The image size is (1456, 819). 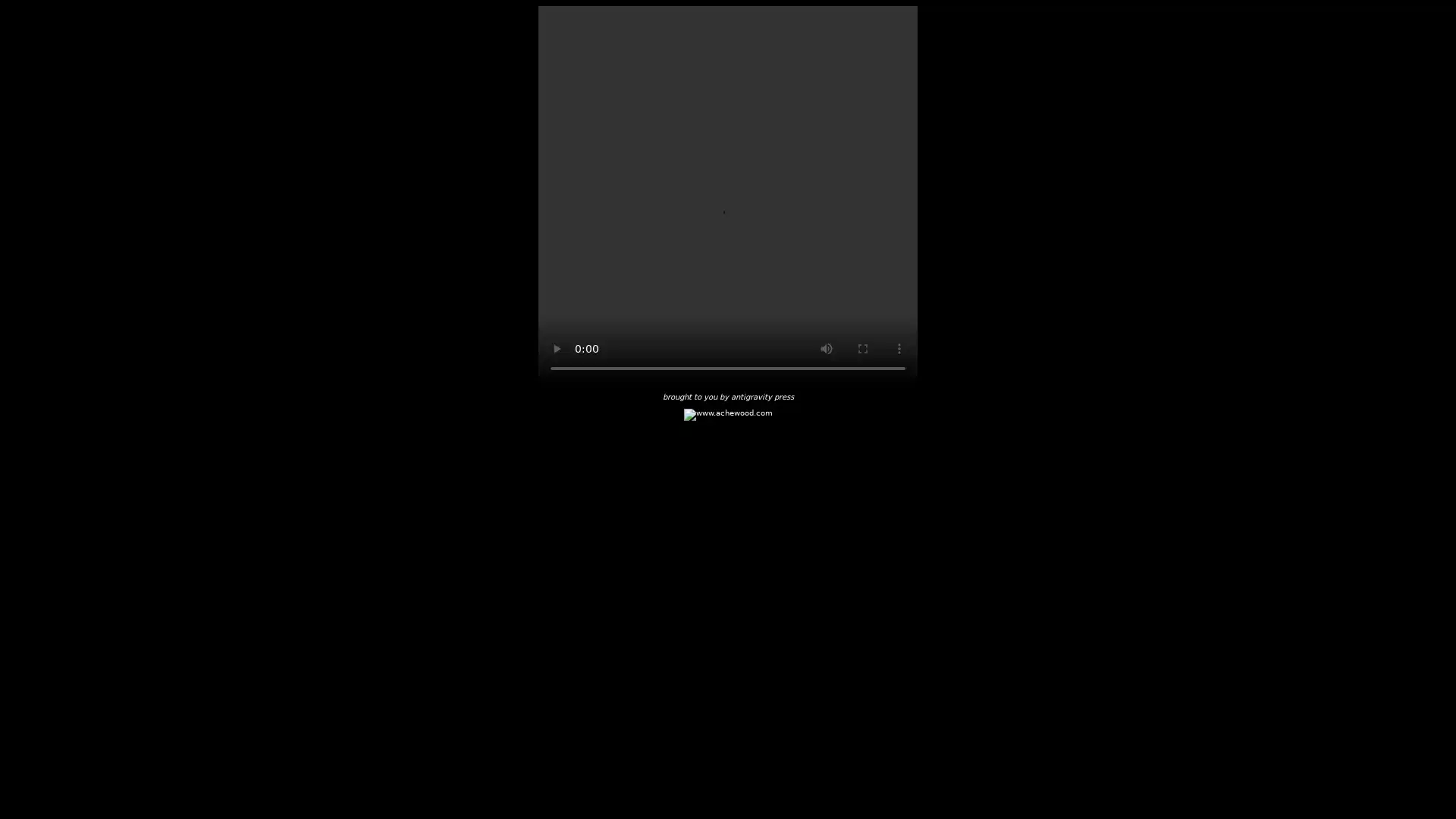 I want to click on enter full screen, so click(x=862, y=348).